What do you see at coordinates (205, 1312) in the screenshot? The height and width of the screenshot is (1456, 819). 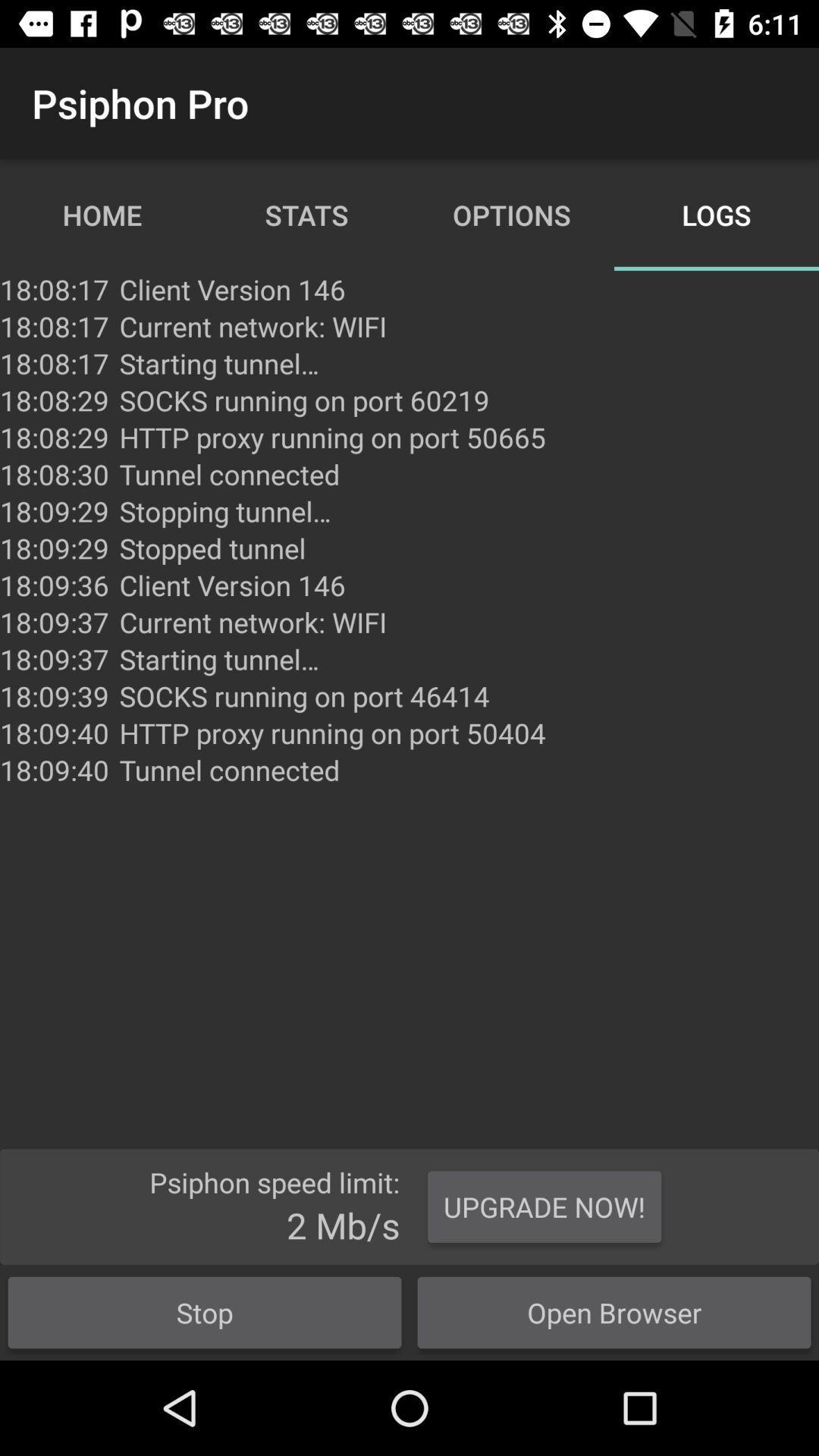 I see `the stop icon` at bounding box center [205, 1312].